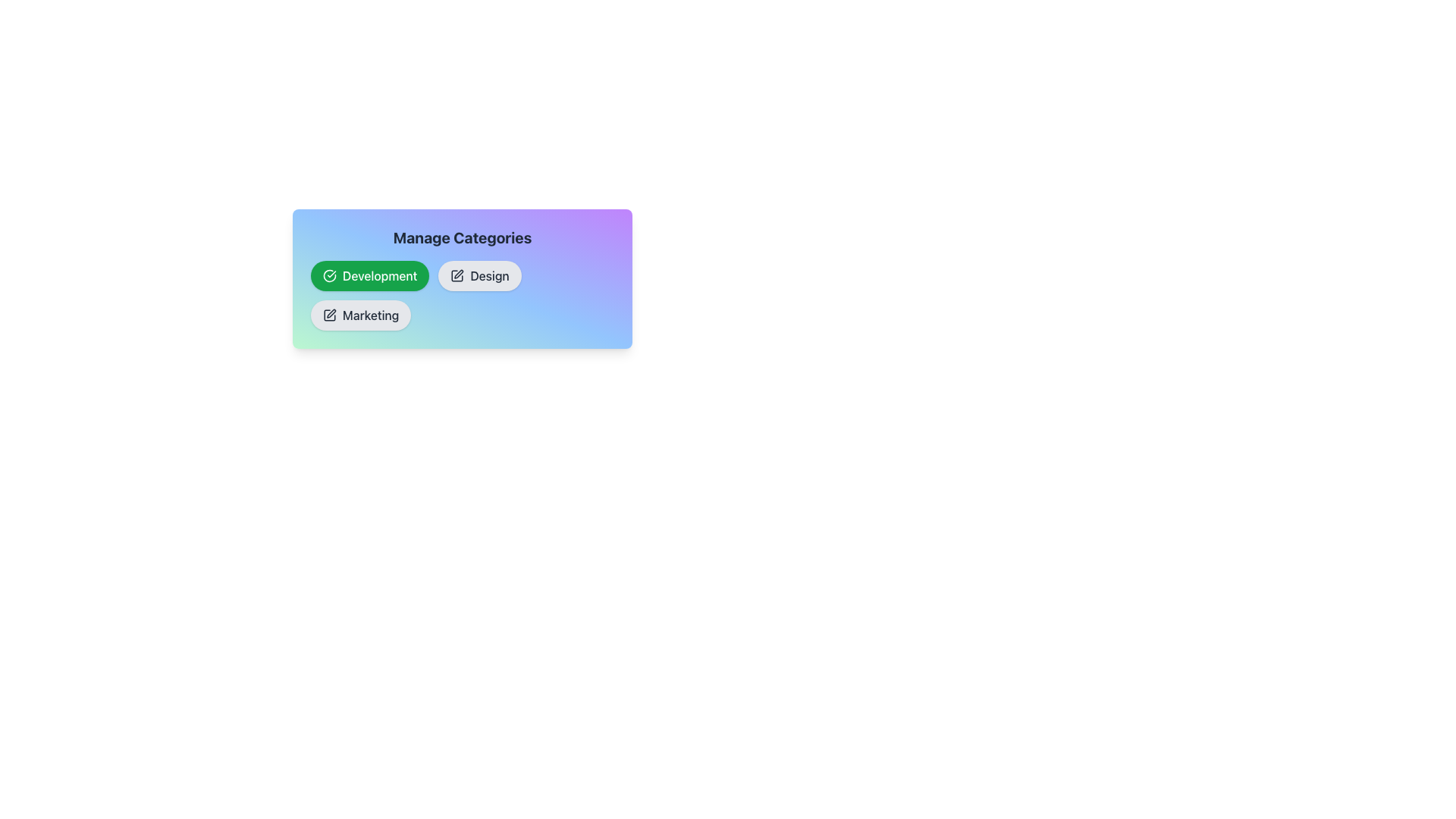 The image size is (1456, 819). Describe the element at coordinates (370, 275) in the screenshot. I see `the leftmost button in the horizontal layout` at that location.